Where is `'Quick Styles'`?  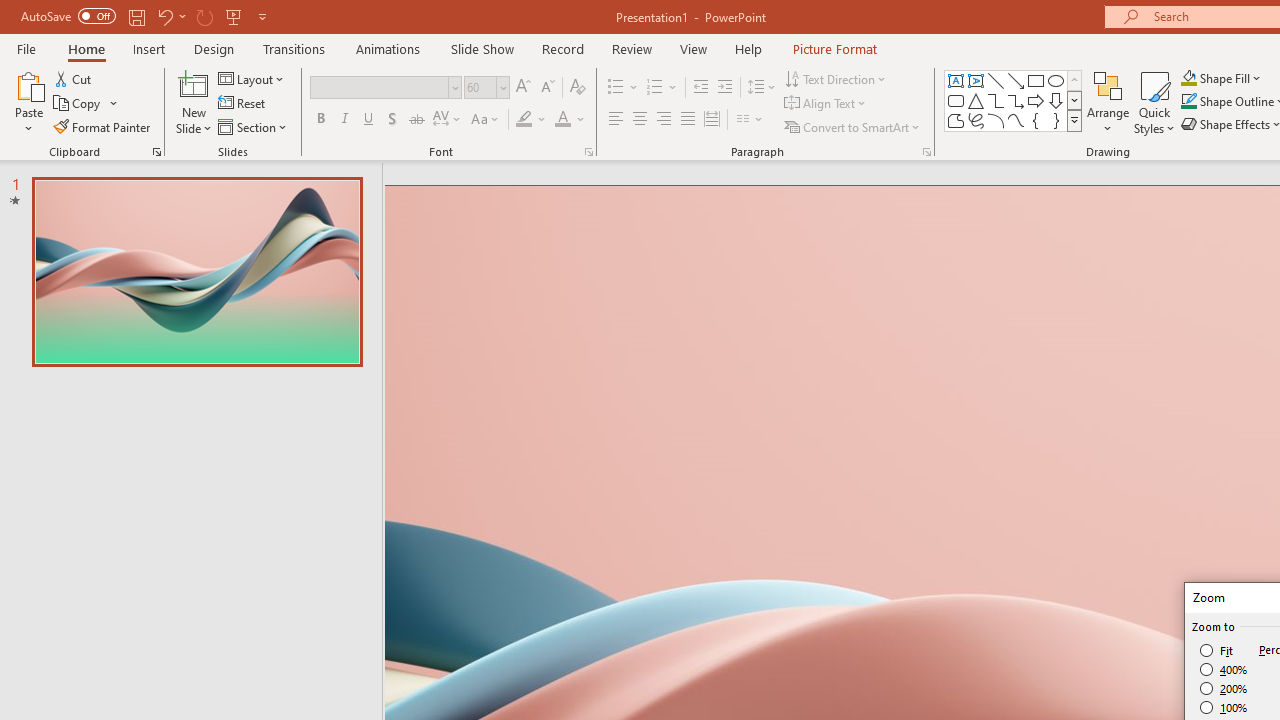 'Quick Styles' is located at coordinates (1154, 103).